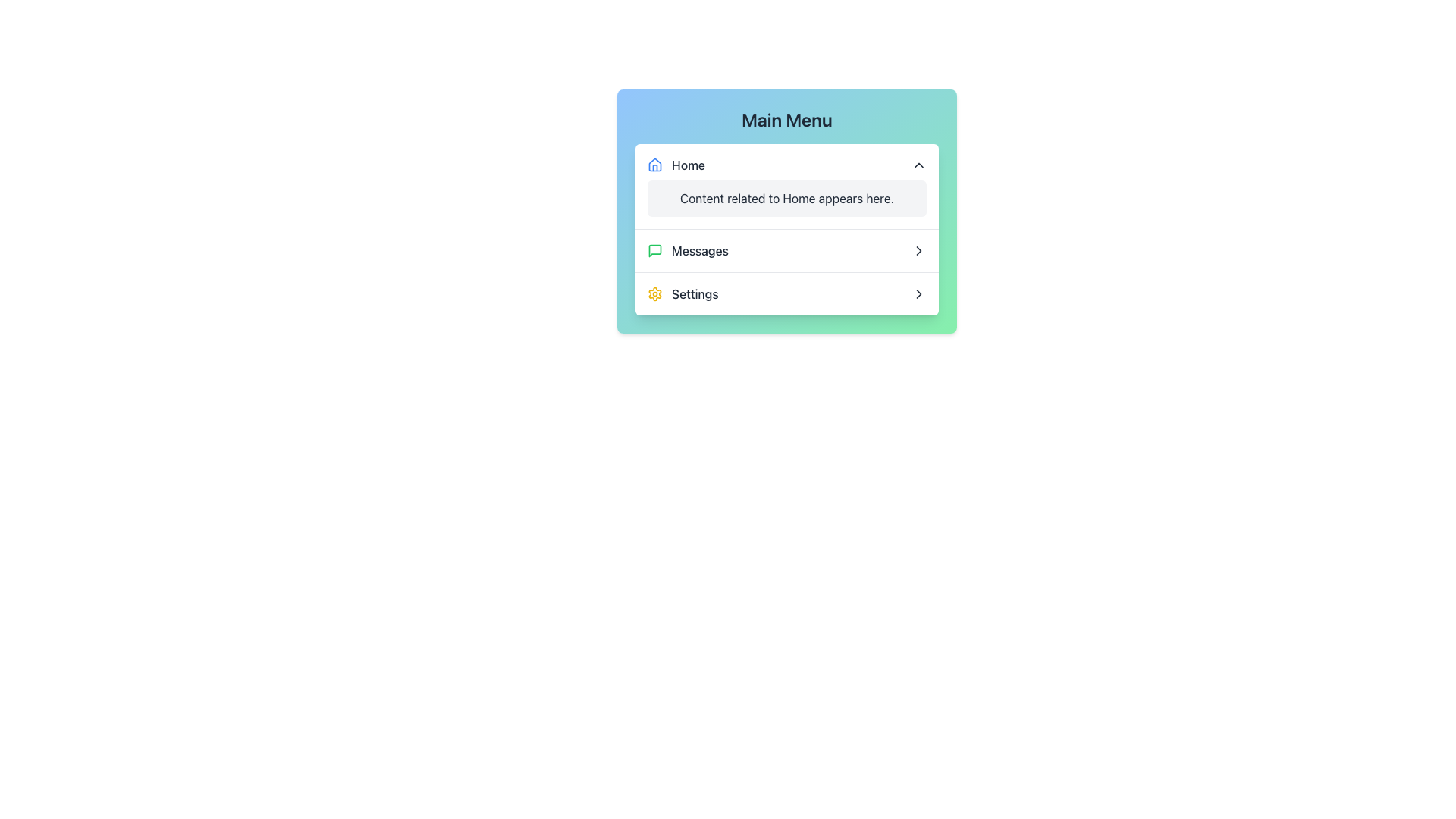 This screenshot has width=1456, height=819. Describe the element at coordinates (655, 294) in the screenshot. I see `the settings icon located in the bottom row of the 'Main Menu'` at that location.